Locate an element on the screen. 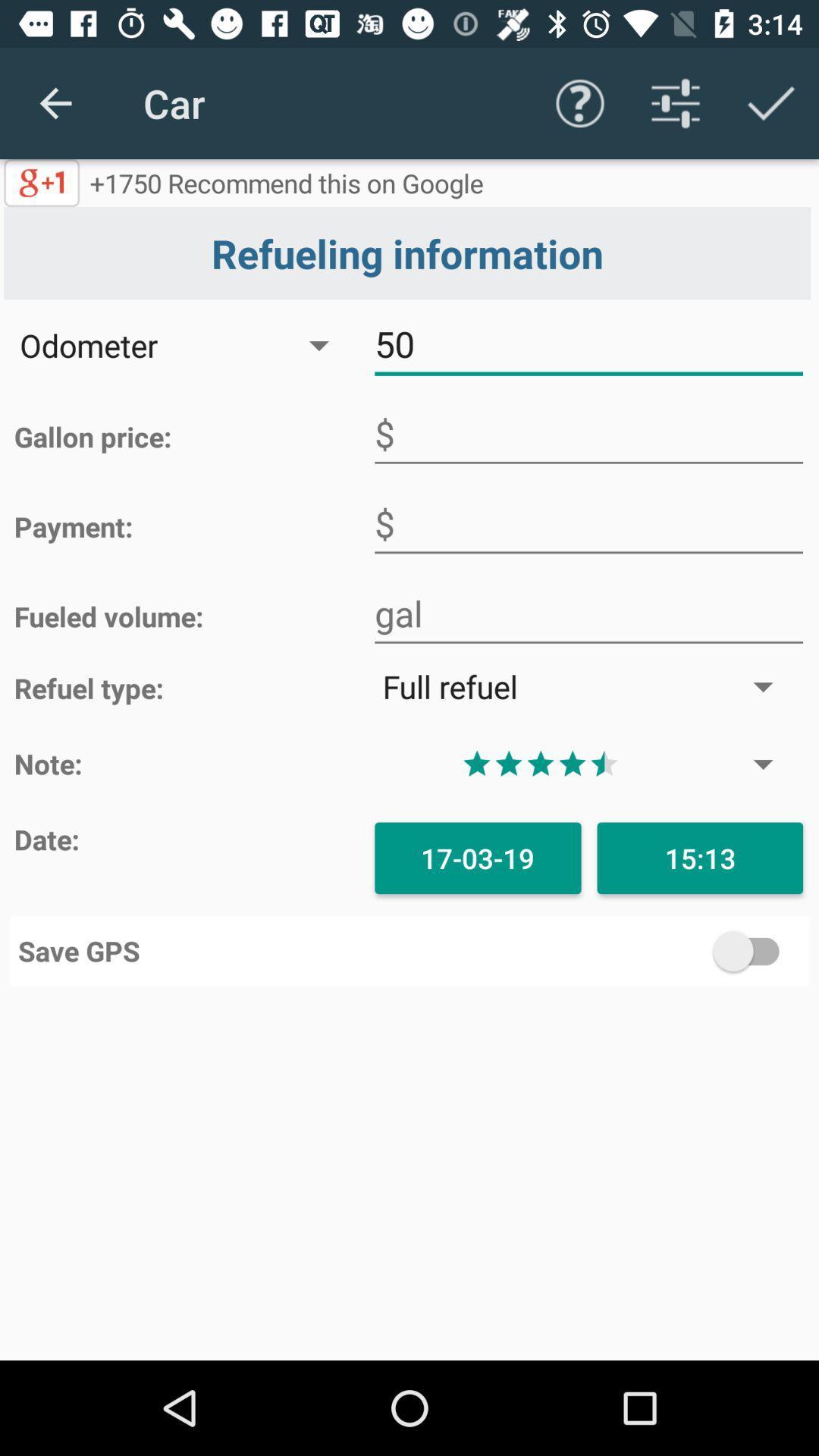 The image size is (819, 1456). fueled volume is located at coordinates (588, 614).